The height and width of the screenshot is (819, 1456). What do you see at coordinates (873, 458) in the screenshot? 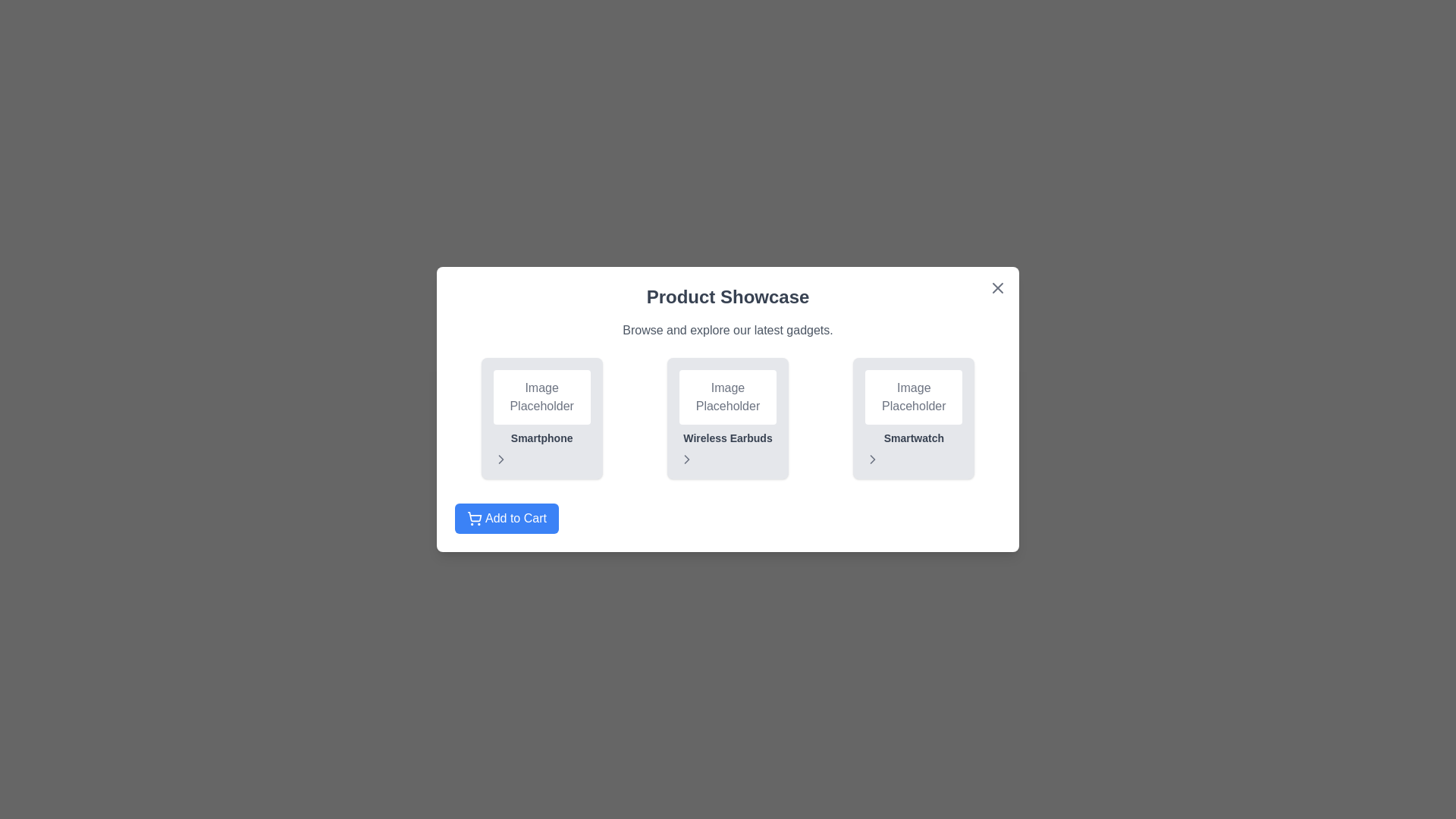
I see `the right-facing chevron icon located at the bottom right of the 'Smartwatch' product card` at bounding box center [873, 458].